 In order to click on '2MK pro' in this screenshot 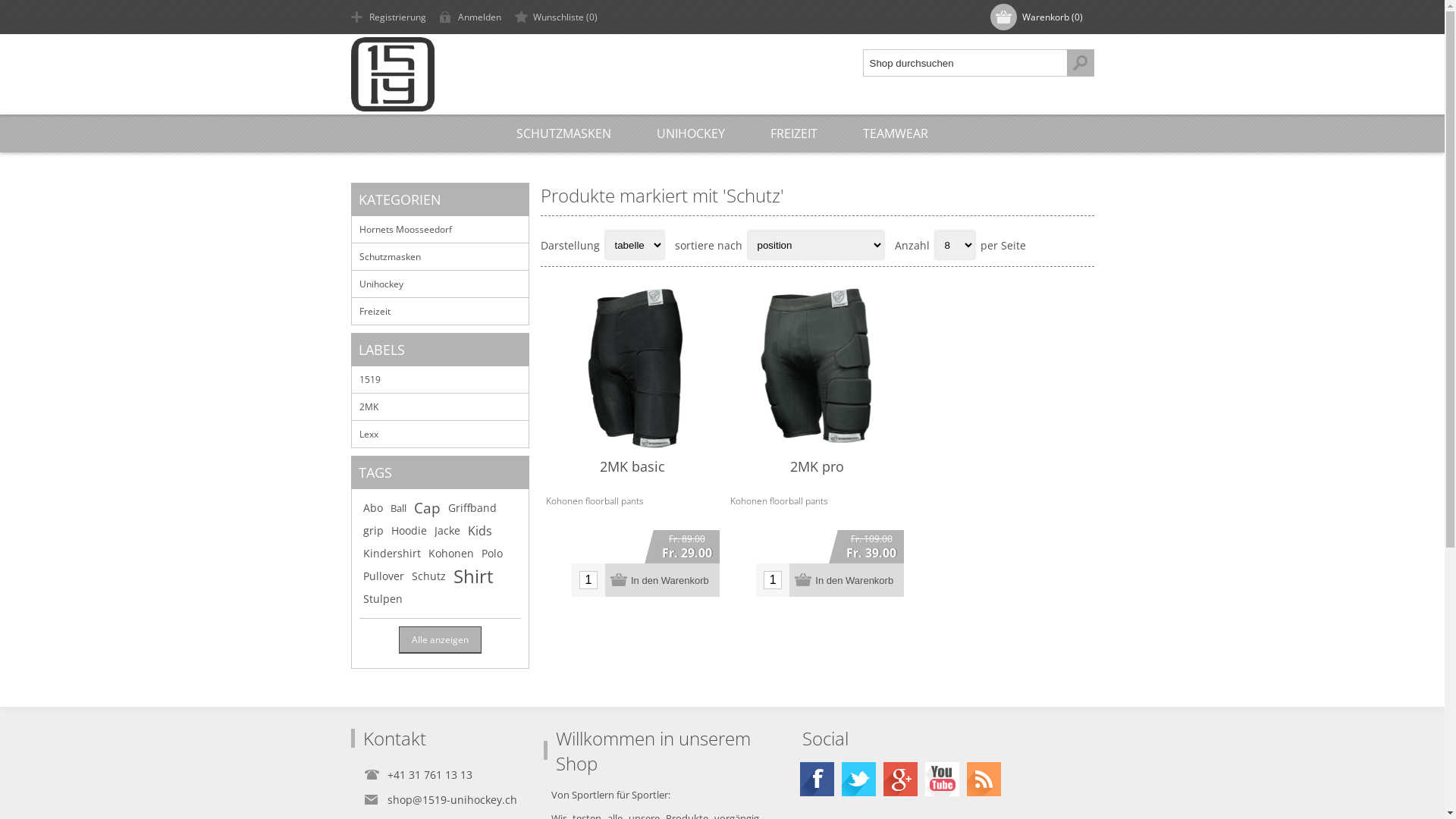, I will do `click(816, 465)`.